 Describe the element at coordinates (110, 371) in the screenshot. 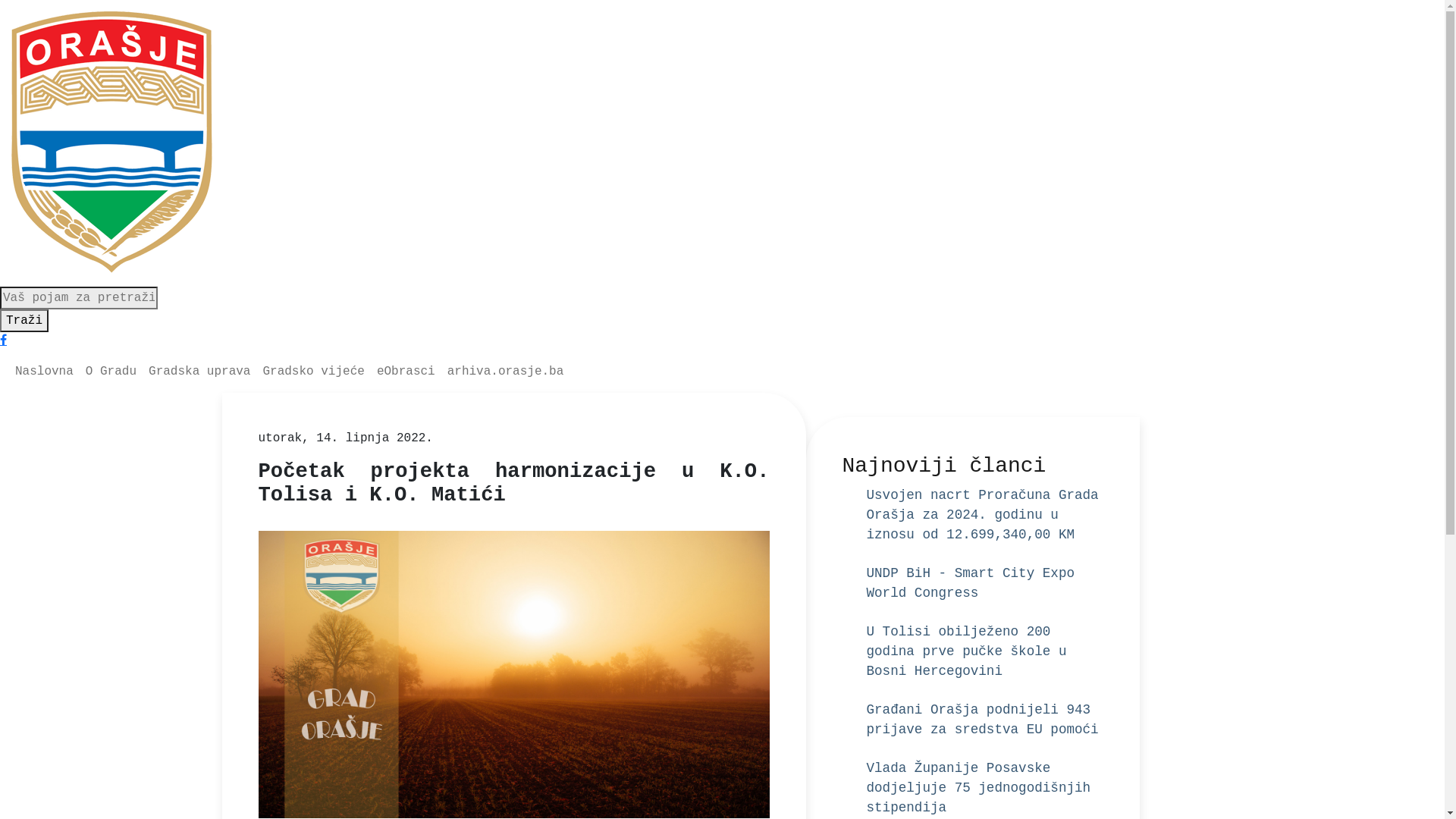

I see `'O Gradu'` at that location.